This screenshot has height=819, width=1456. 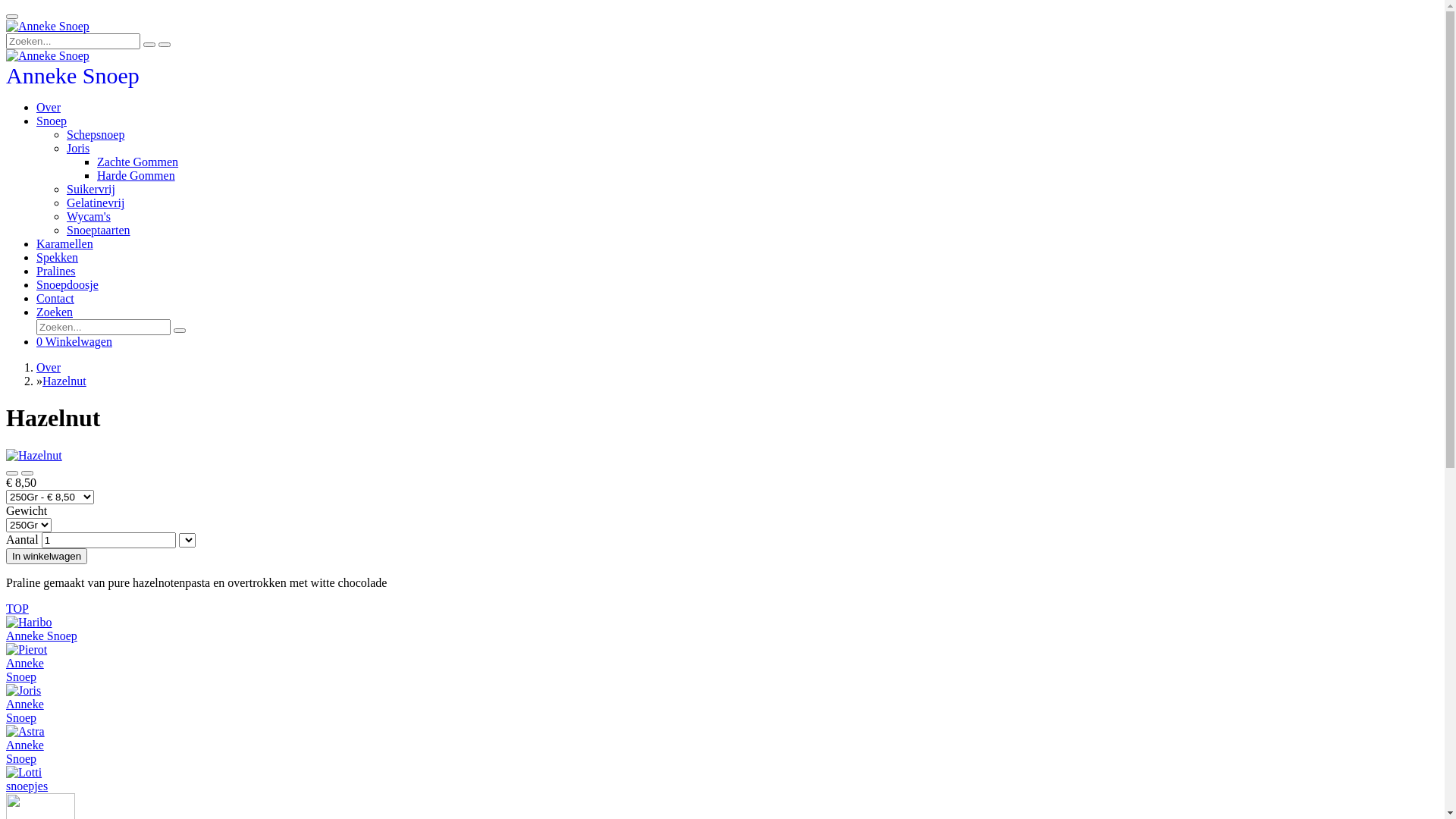 I want to click on 'Hazelnut', so click(x=64, y=380).